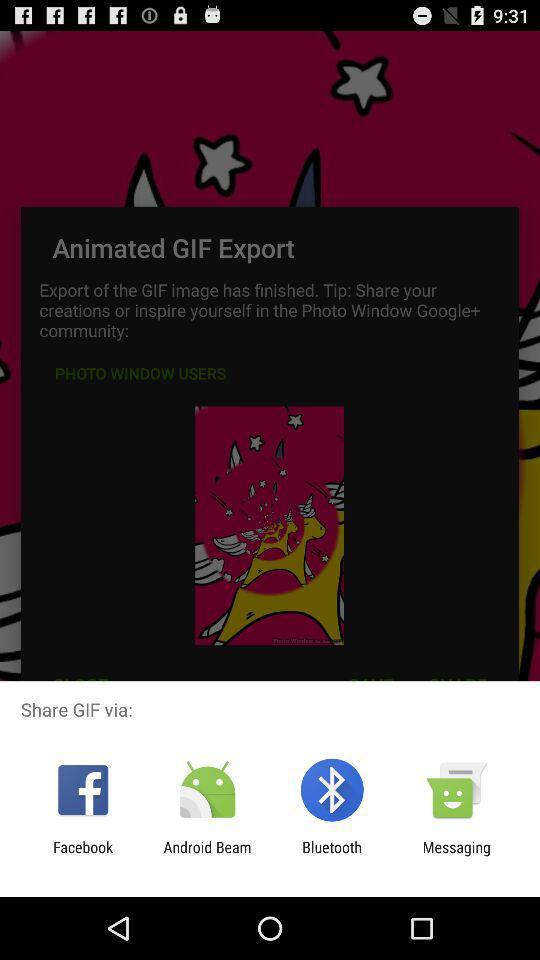 Image resolution: width=540 pixels, height=960 pixels. Describe the element at coordinates (456, 855) in the screenshot. I see `icon next to the bluetooth app` at that location.